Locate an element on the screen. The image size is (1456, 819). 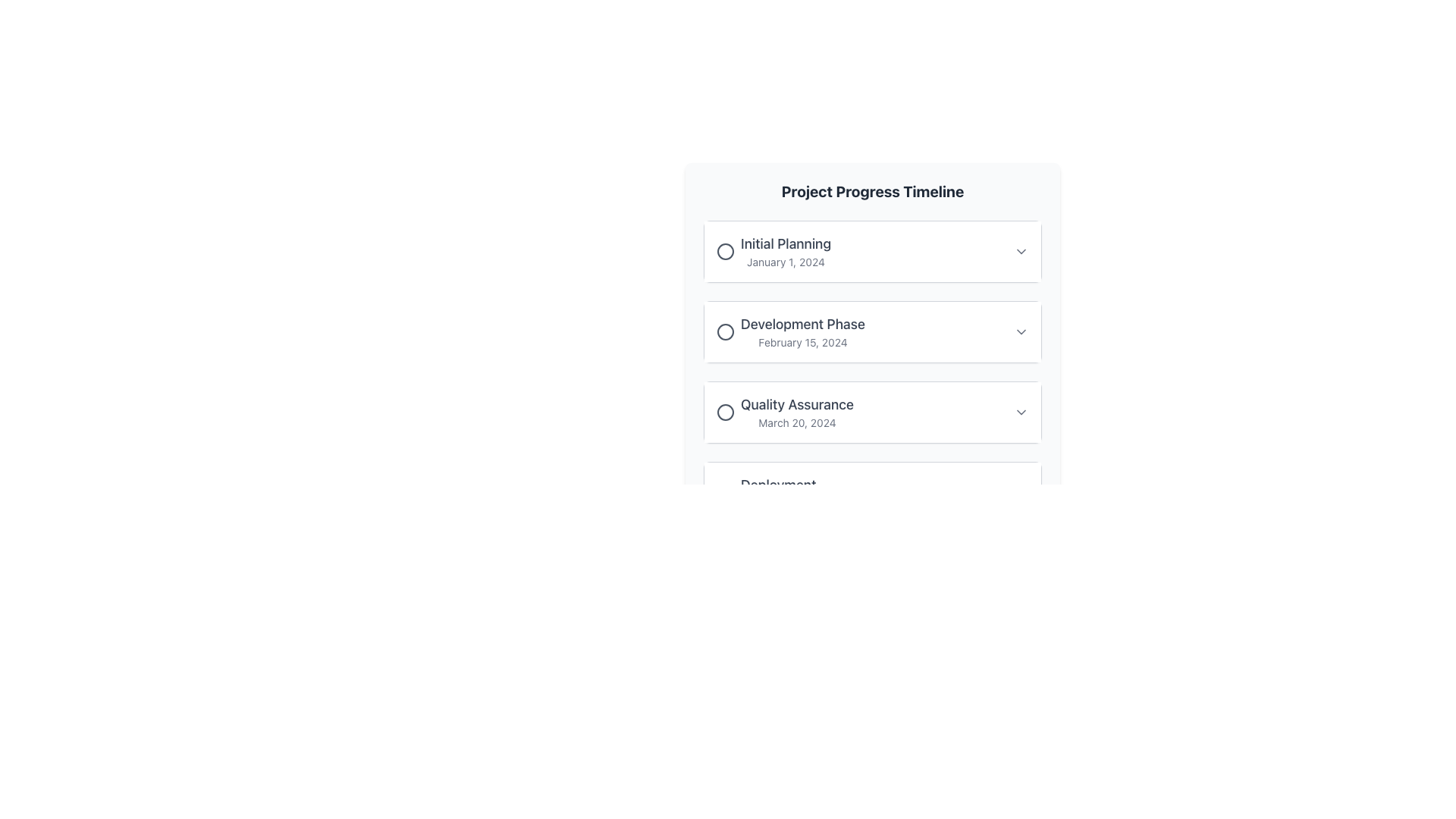
the decorative icon or indicator representing the third milestone in the timeline, located to the left of the 'Quality Assurance' milestone is located at coordinates (724, 412).